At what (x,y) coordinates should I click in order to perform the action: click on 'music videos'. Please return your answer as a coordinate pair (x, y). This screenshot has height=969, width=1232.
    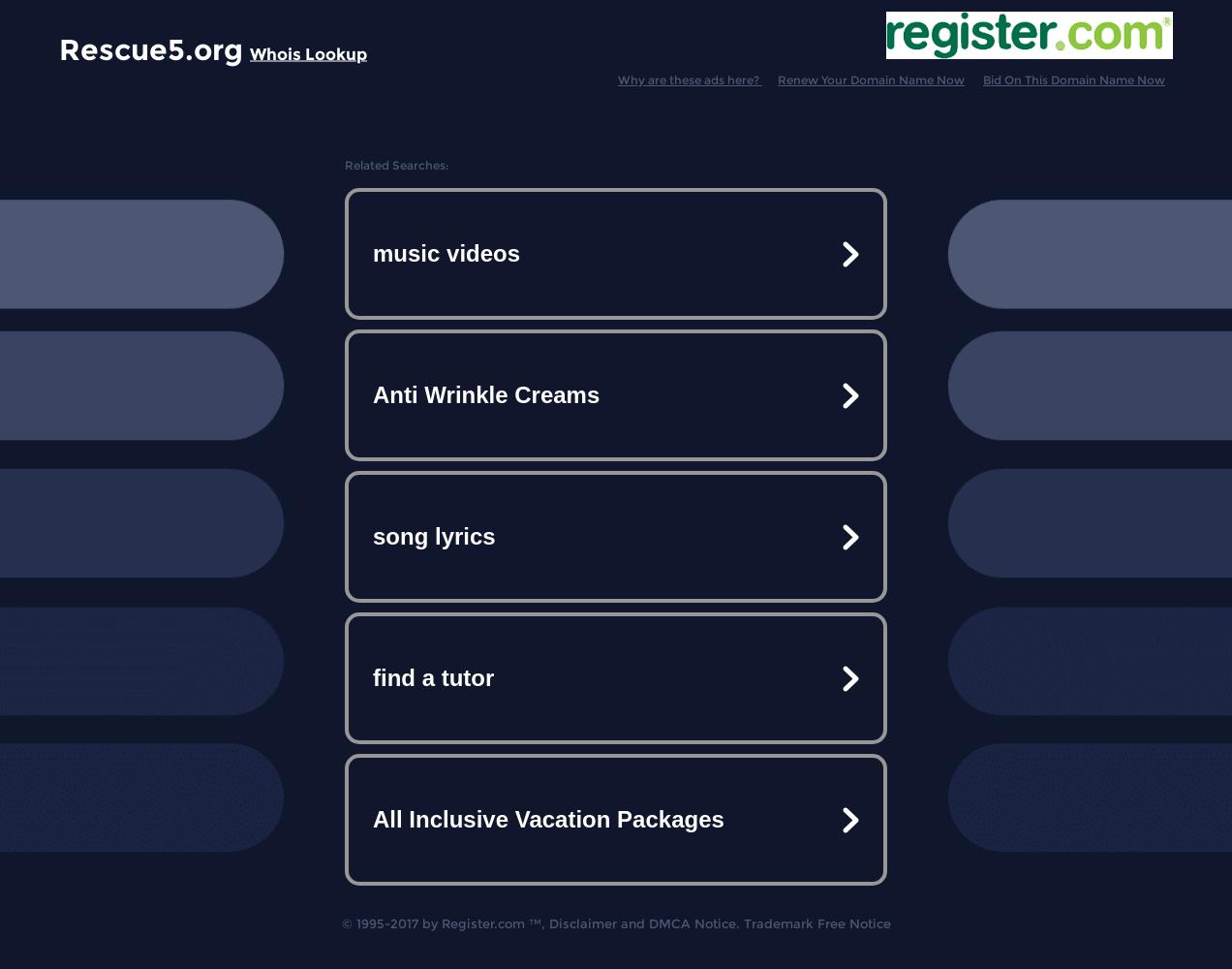
    Looking at the image, I should click on (445, 253).